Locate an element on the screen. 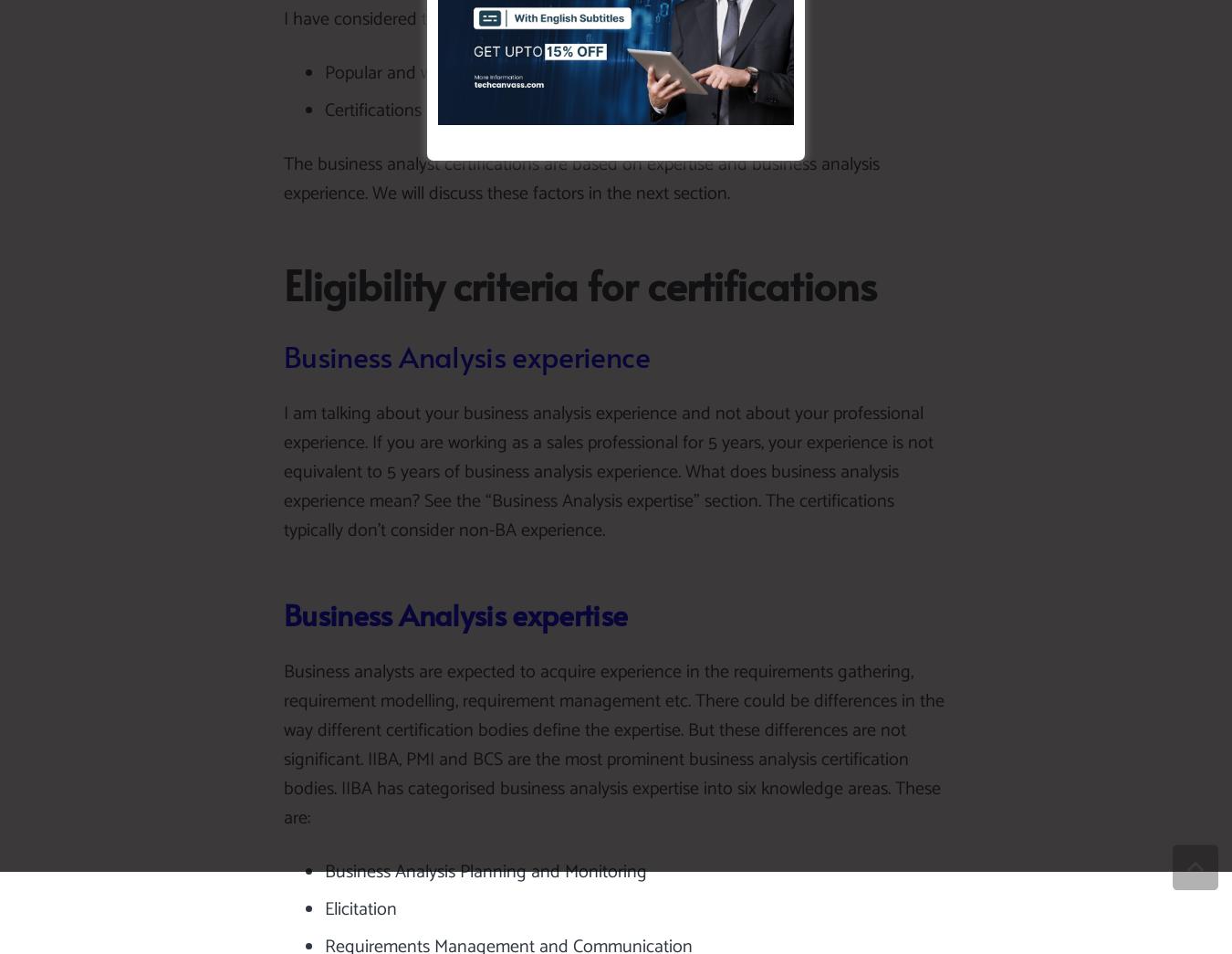  'I am talking about your business analysis experience and not about your professional experience. If you are working as a sales professional for 5 years, your experience is not equivalent to 5 years of business analysis experience. What does business analysis experience mean? See the “Business Analysis expertise” section. The certifications typically don’t consider non-BA experience.' is located at coordinates (609, 470).